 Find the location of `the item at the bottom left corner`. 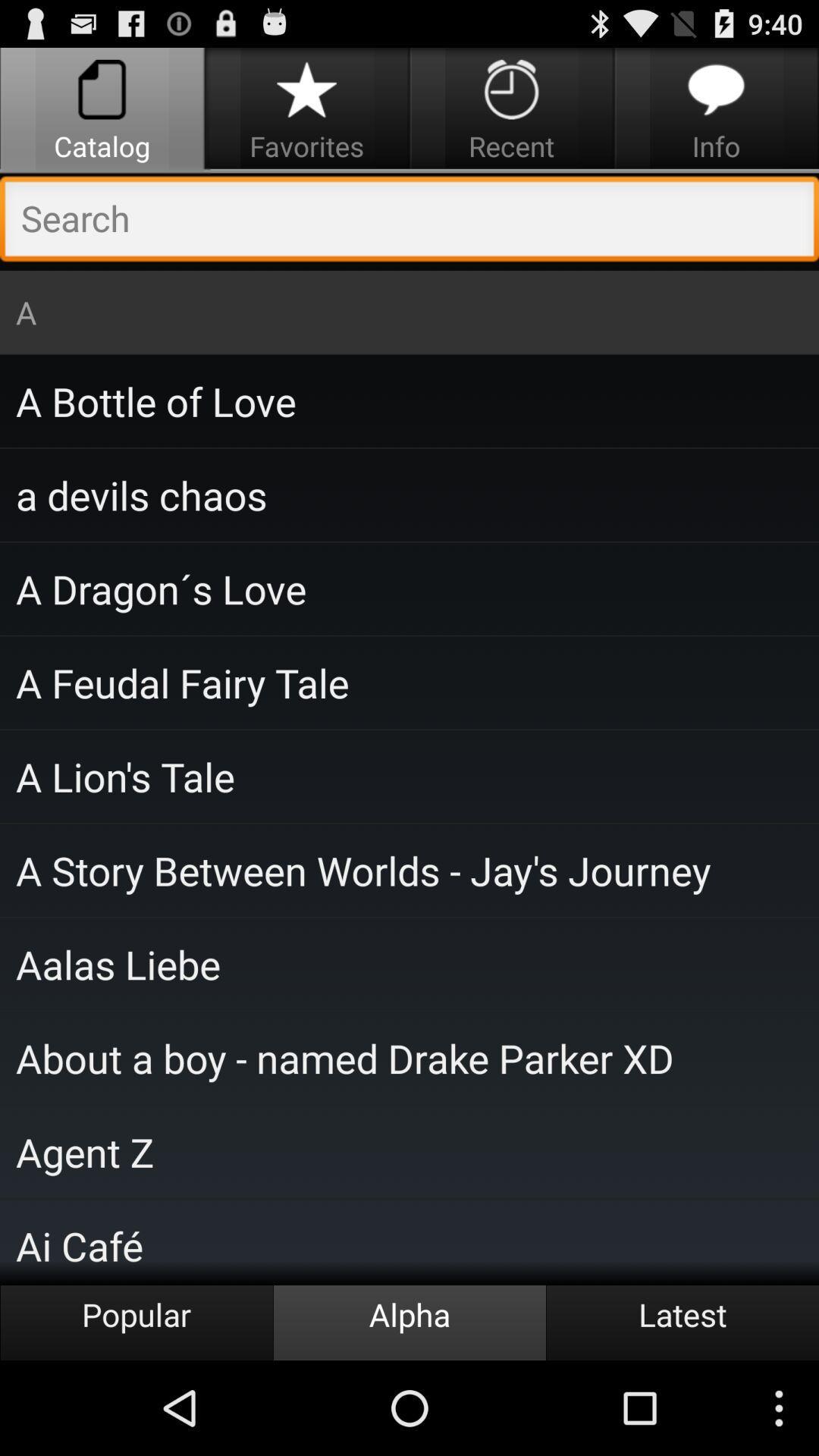

the item at the bottom left corner is located at coordinates (136, 1322).